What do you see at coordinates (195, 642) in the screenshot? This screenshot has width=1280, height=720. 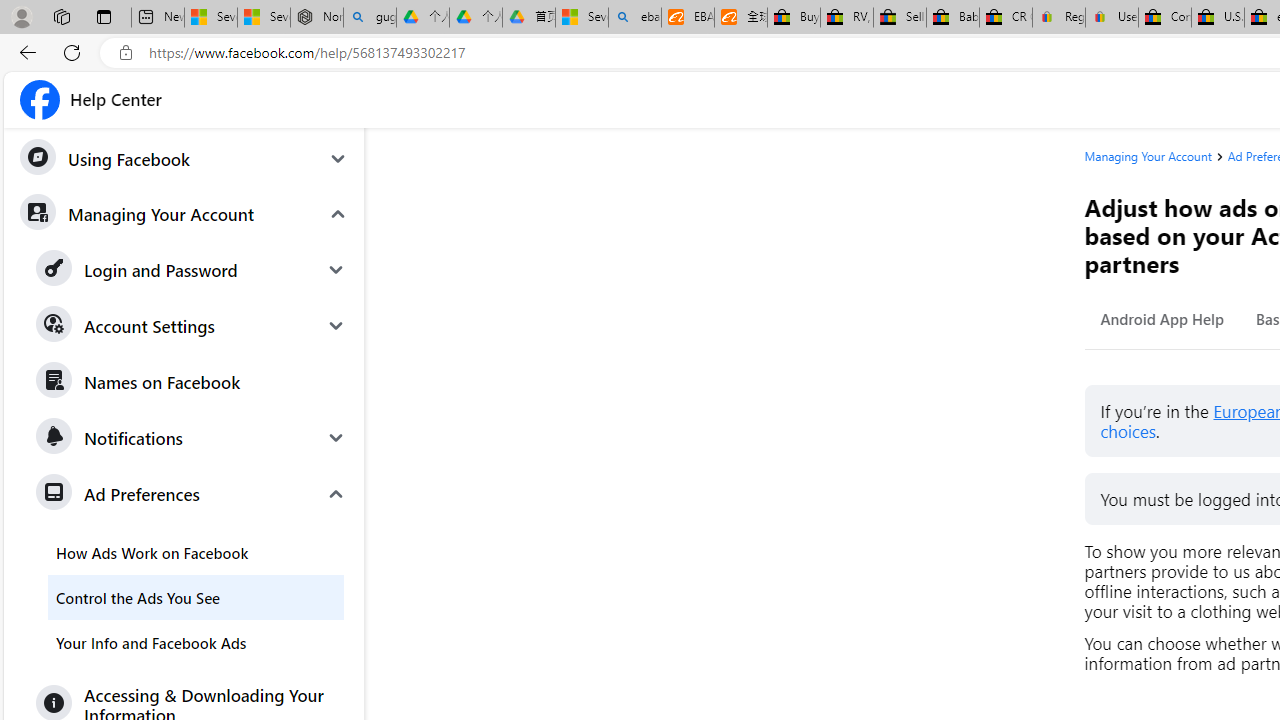 I see `'Your Info and Facebook Ads'` at bounding box center [195, 642].